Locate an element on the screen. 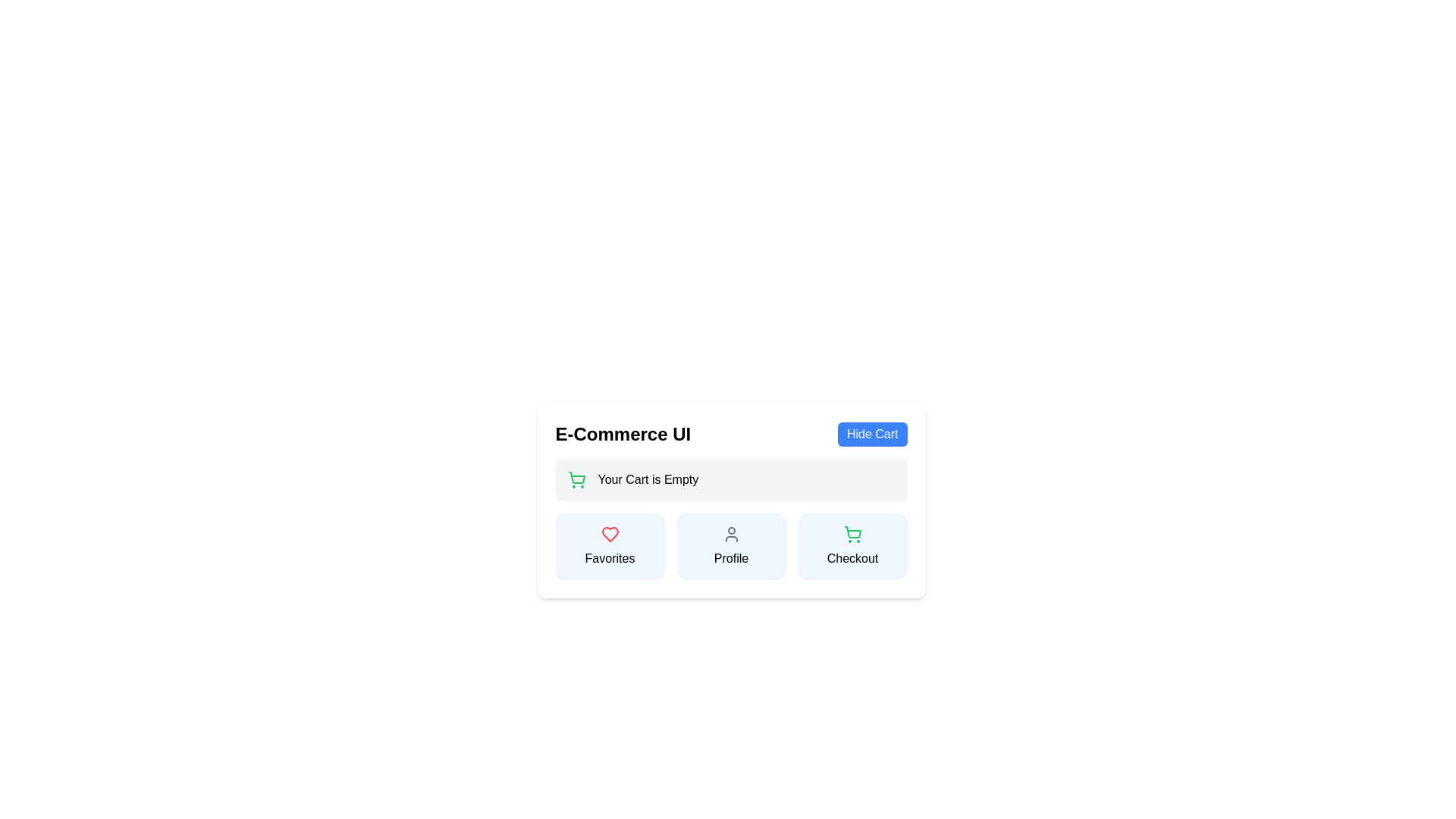  the green shopping cart icon located prominently above the 'Checkout' text, which represents the checkout functionality is located at coordinates (852, 534).